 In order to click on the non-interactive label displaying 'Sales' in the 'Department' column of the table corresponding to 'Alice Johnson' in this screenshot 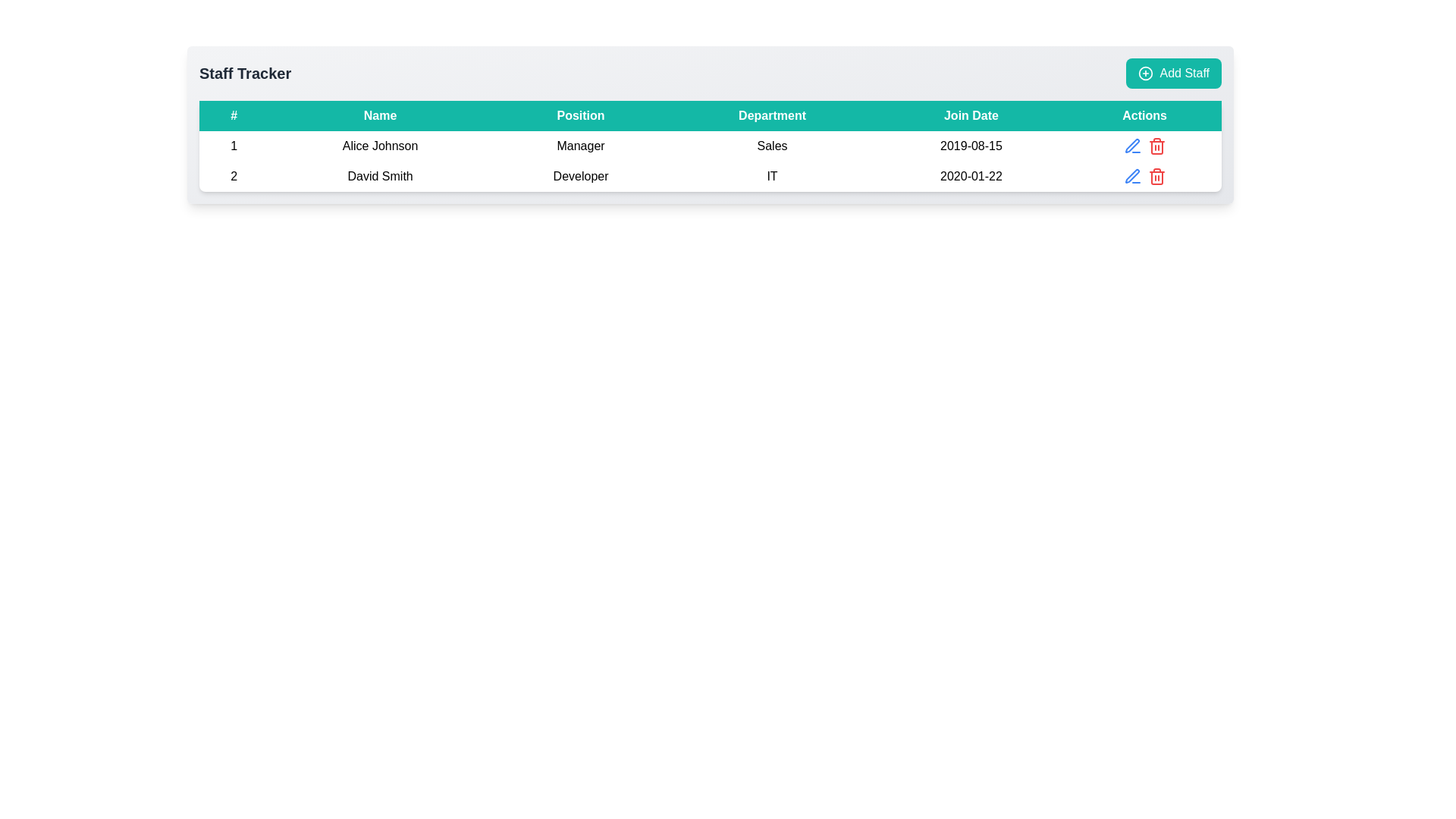, I will do `click(772, 146)`.